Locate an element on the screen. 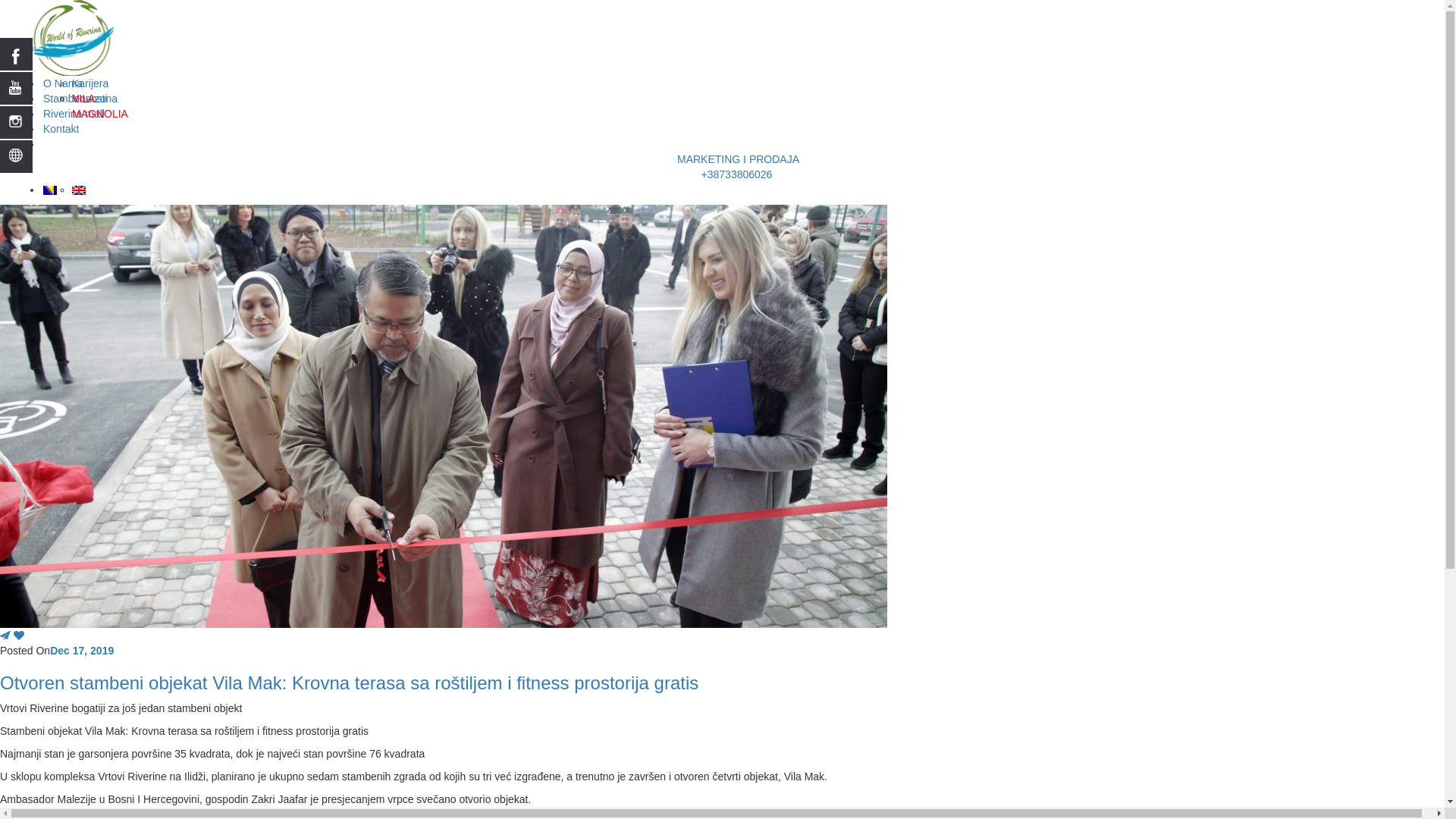 The width and height of the screenshot is (1456, 819). 'VILA MAGNOLIA' is located at coordinates (99, 105).